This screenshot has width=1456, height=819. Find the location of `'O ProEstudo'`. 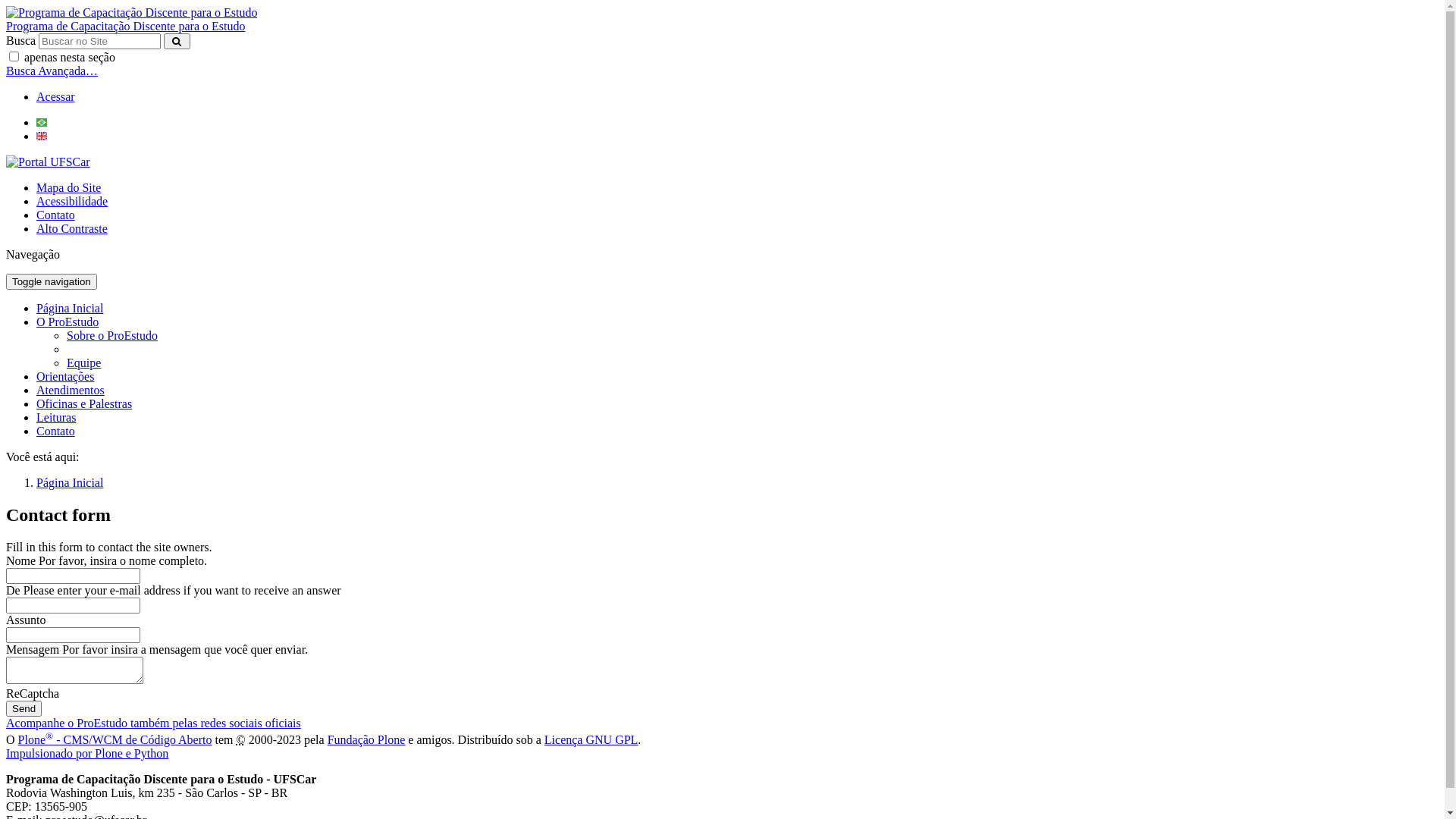

'O ProEstudo' is located at coordinates (36, 321).